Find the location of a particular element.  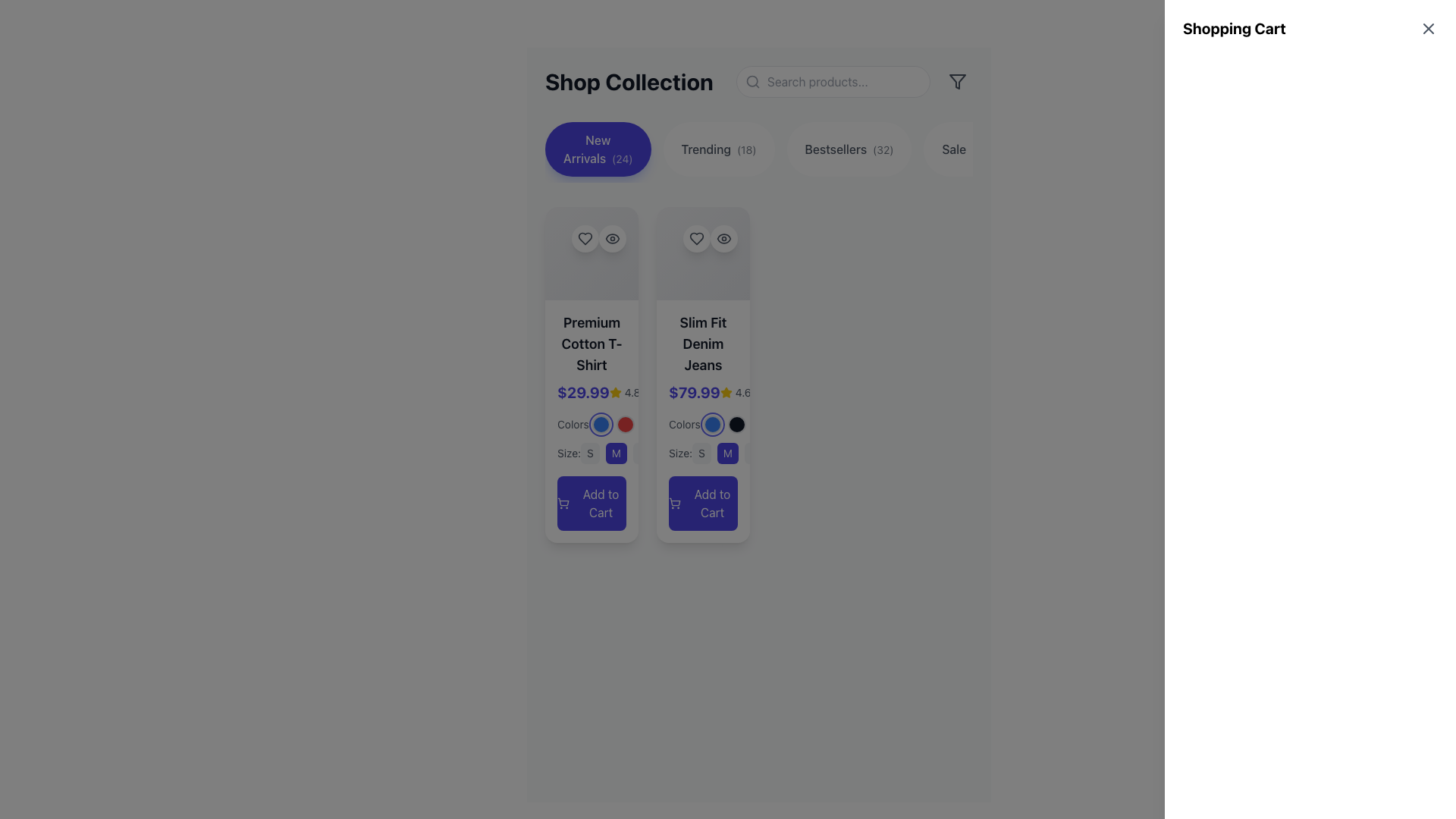

the close button icon located in the top-right corner of the interface near the 'Shopping Cart' title is located at coordinates (1427, 29).